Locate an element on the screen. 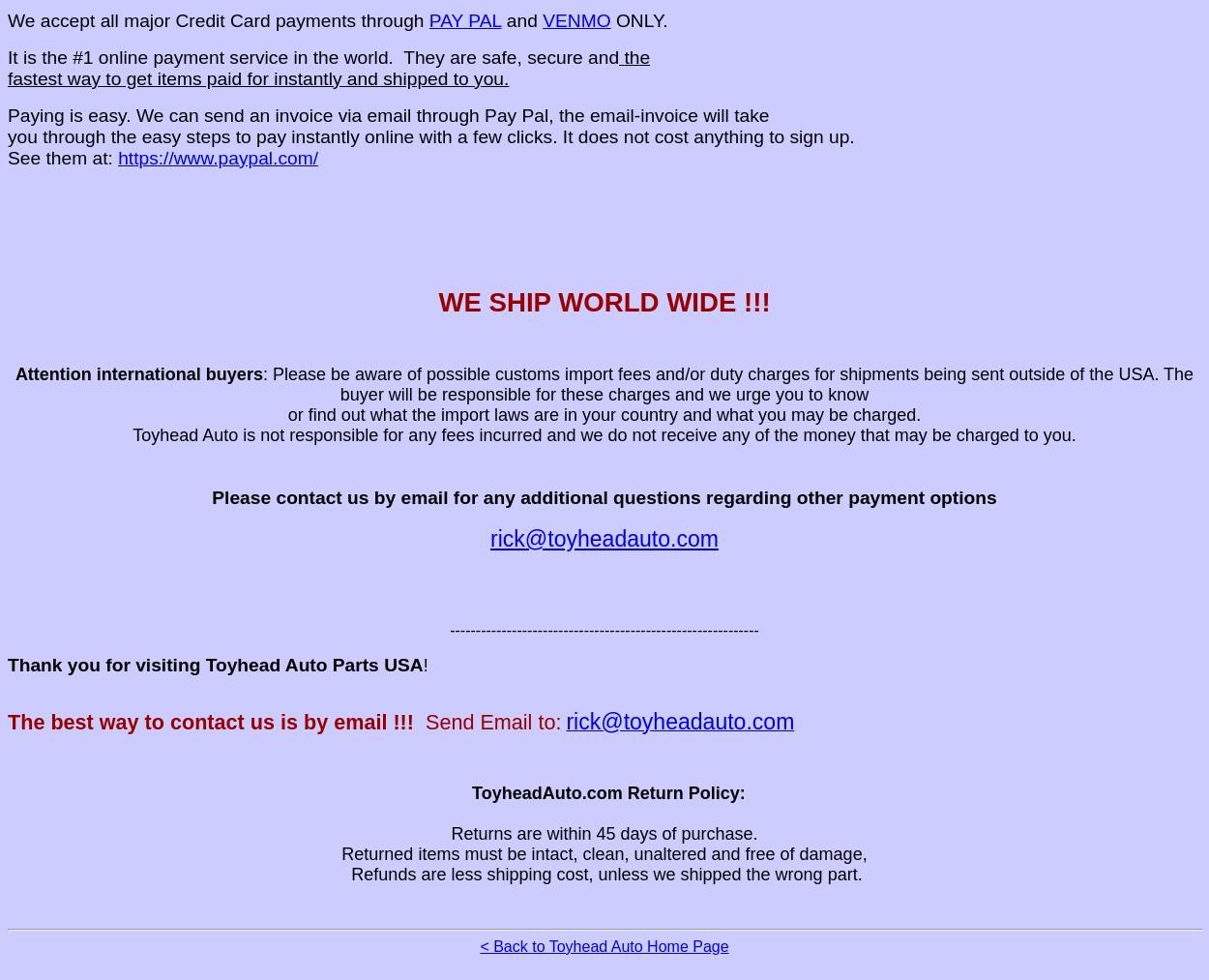 This screenshot has height=980, width=1209. '!' is located at coordinates (424, 664).